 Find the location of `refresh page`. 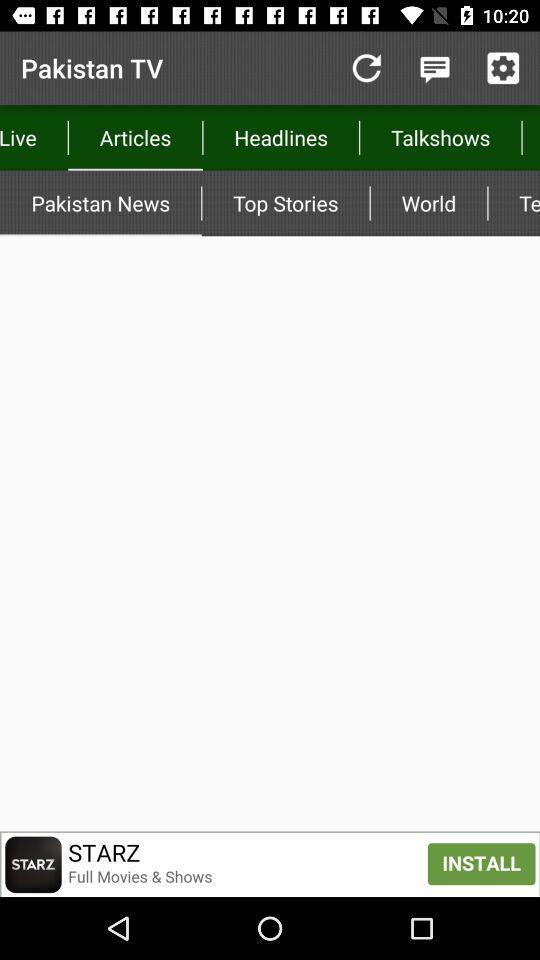

refresh page is located at coordinates (365, 68).